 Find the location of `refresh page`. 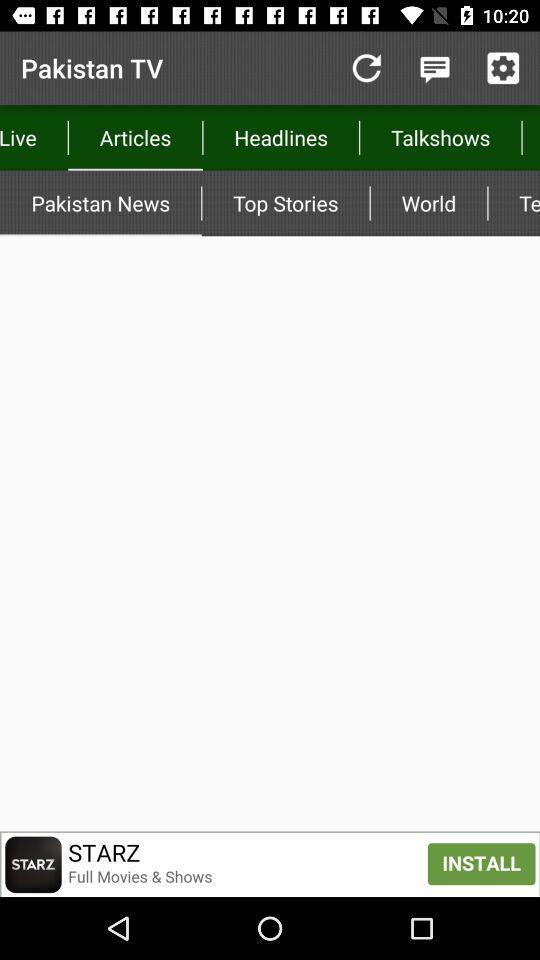

refresh page is located at coordinates (365, 68).